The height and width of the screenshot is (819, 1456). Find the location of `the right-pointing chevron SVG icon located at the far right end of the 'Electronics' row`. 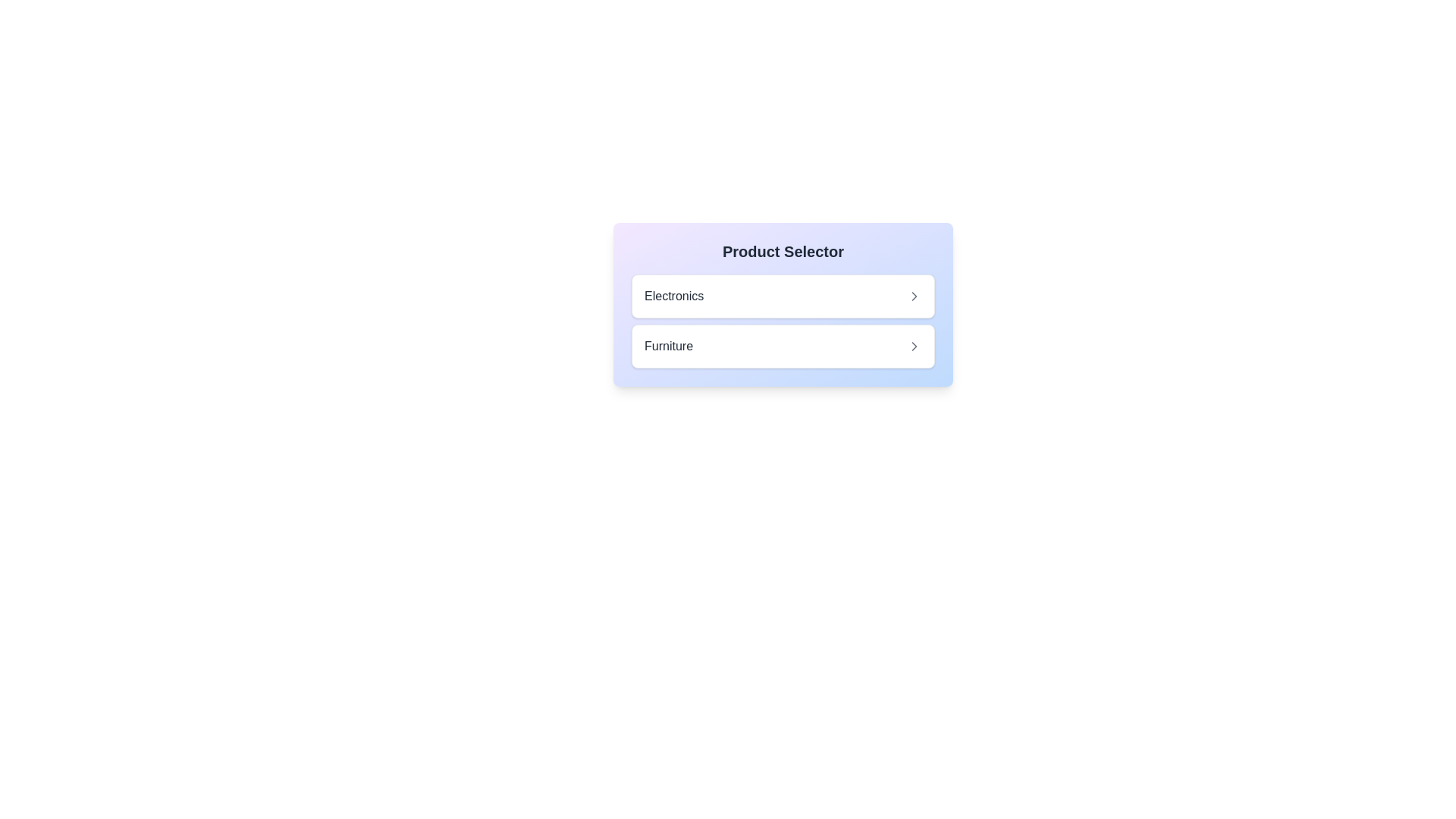

the right-pointing chevron SVG icon located at the far right end of the 'Electronics' row is located at coordinates (913, 296).